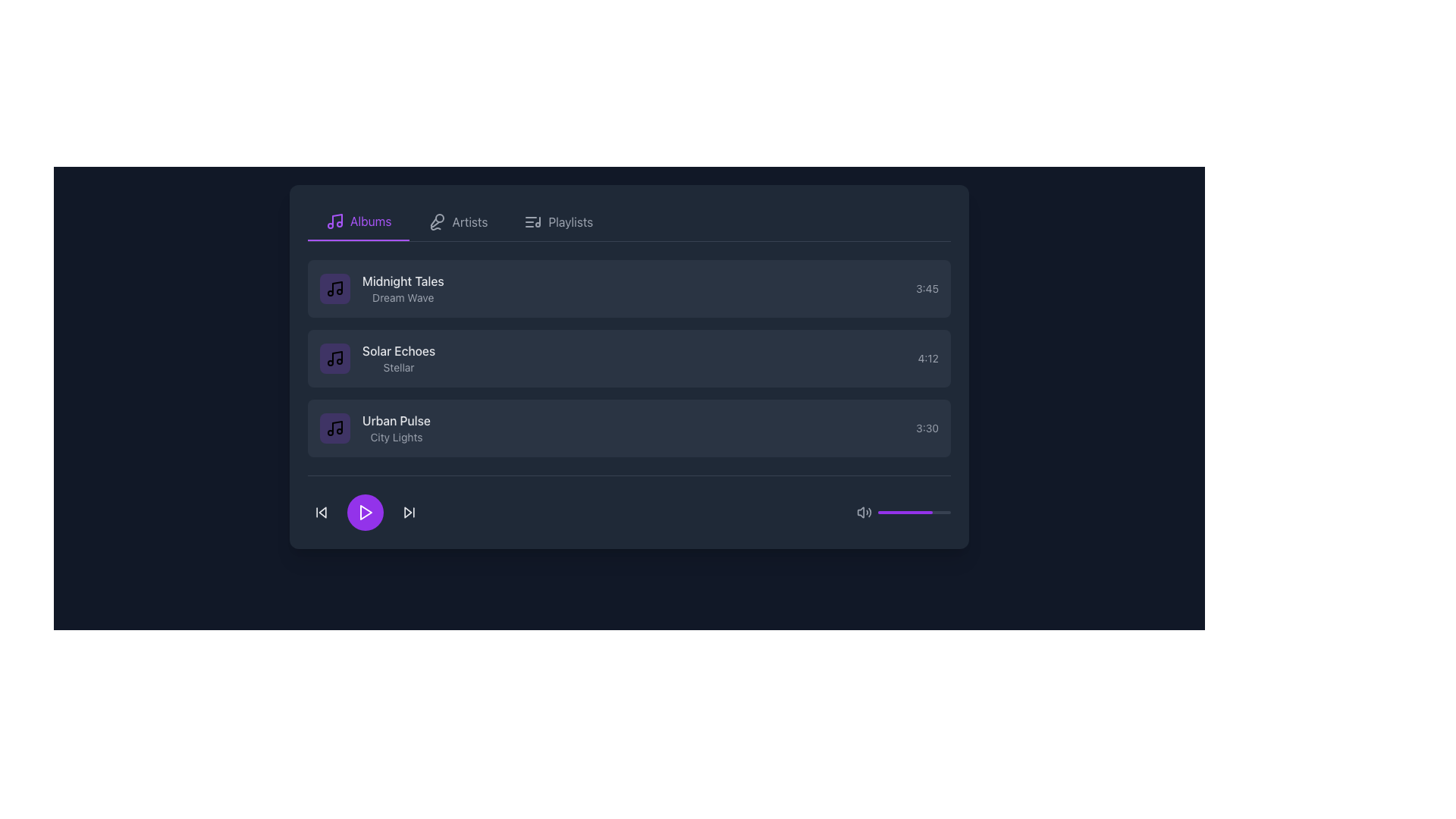  Describe the element at coordinates (320, 512) in the screenshot. I see `the circular skip-backward button with a dark background and a white backward arrow icon` at that location.